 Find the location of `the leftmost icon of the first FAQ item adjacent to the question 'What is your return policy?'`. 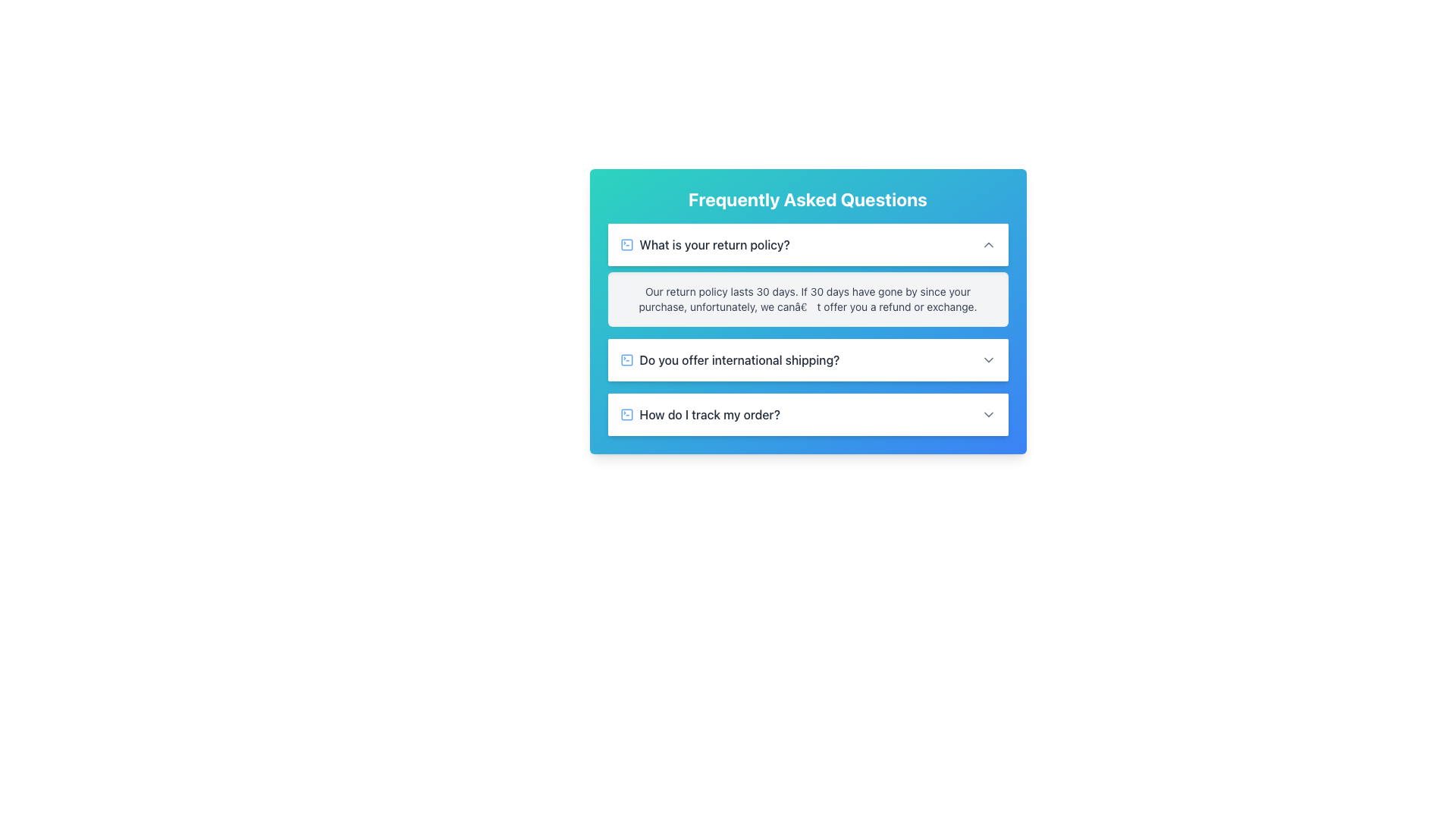

the leftmost icon of the first FAQ item adjacent to the question 'What is your return policy?' is located at coordinates (626, 244).